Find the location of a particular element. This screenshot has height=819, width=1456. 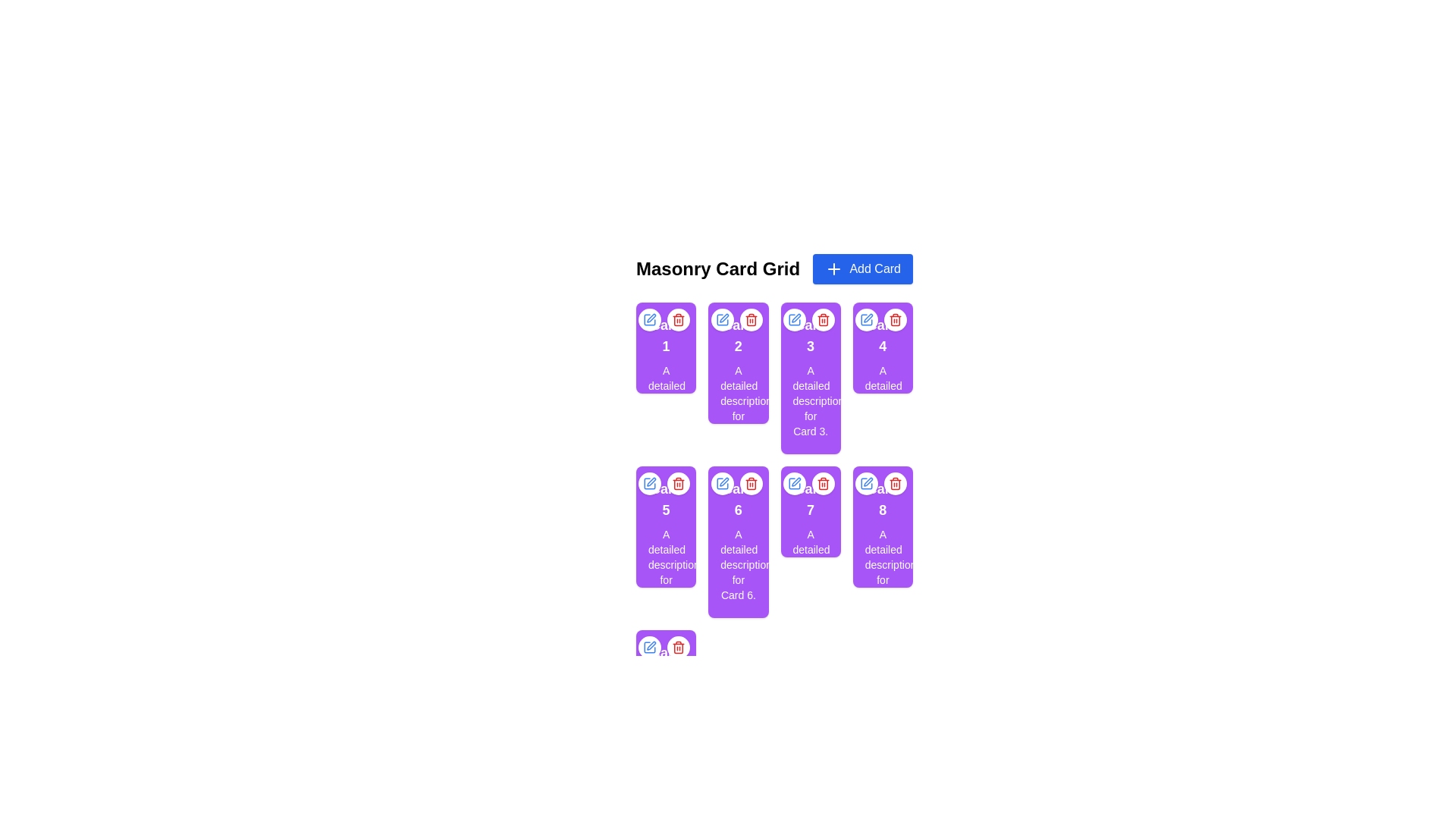

the trash icon located in the second card of the top row in the 'Masonry Card Grid' to initiate delete action is located at coordinates (678, 318).